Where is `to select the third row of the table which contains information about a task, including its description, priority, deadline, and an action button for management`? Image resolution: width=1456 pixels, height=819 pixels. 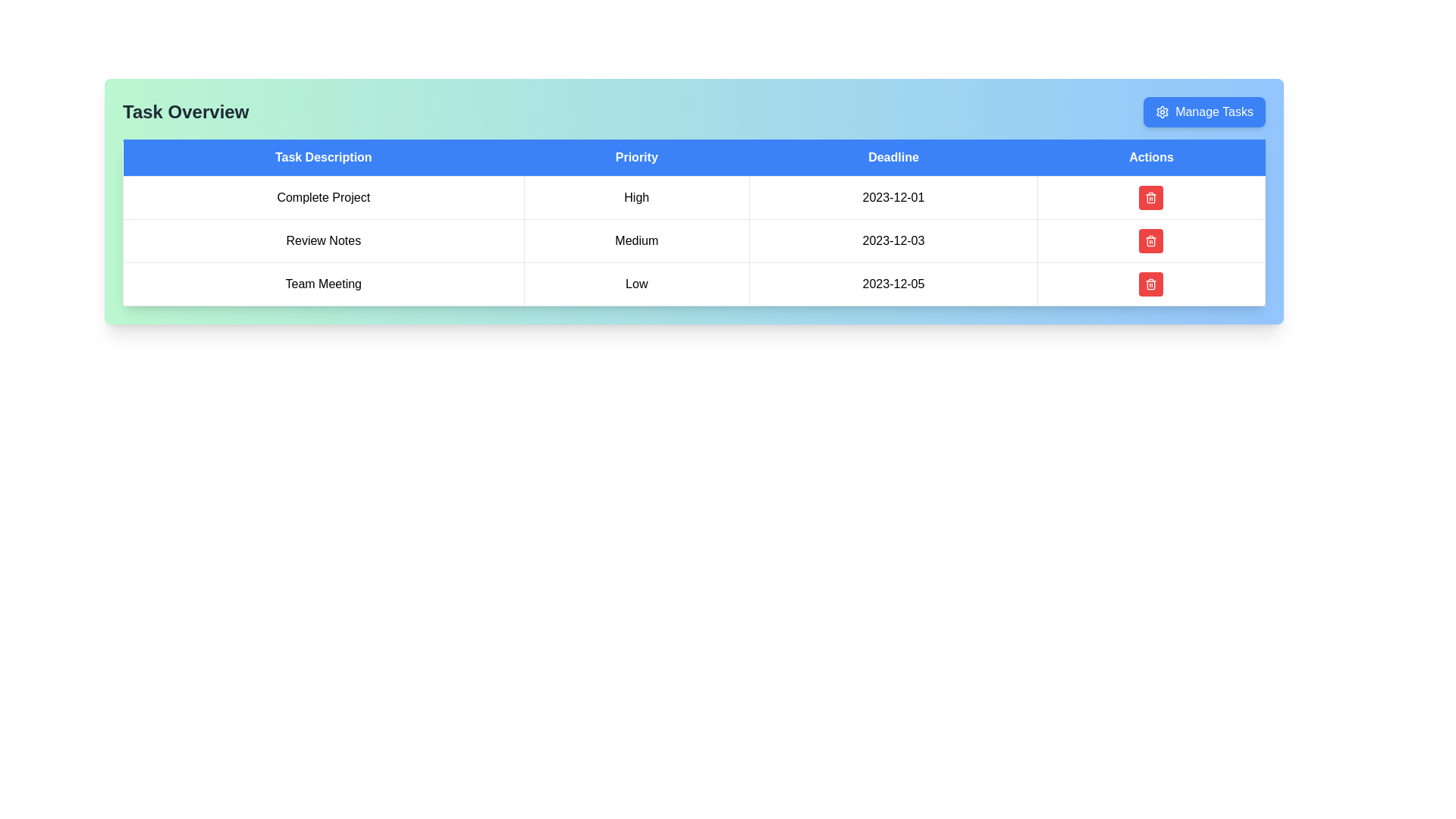 to select the third row of the table which contains information about a task, including its description, priority, deadline, and an action button for management is located at coordinates (693, 284).